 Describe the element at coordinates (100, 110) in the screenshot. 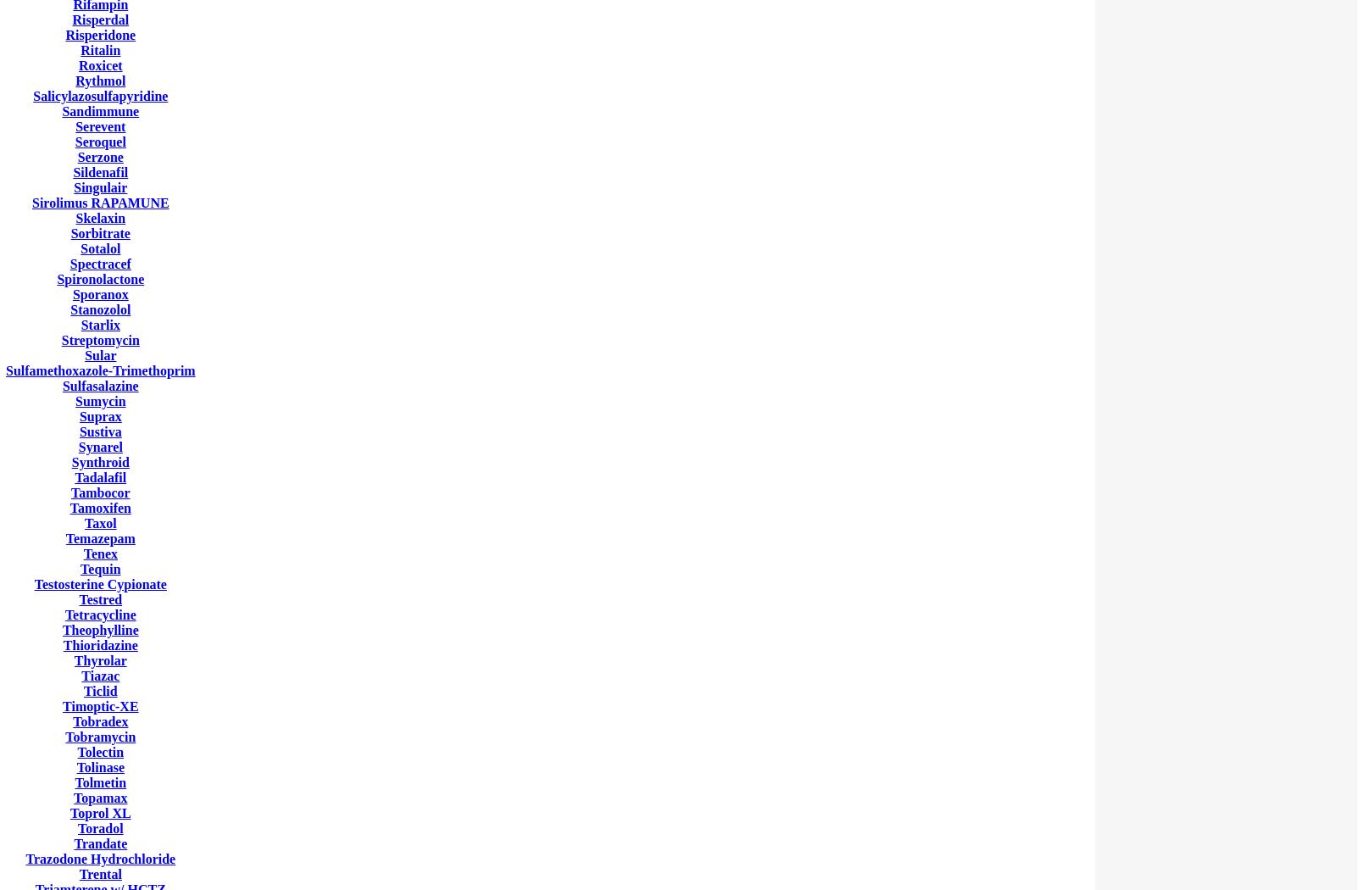

I see `'Sandimmune'` at that location.